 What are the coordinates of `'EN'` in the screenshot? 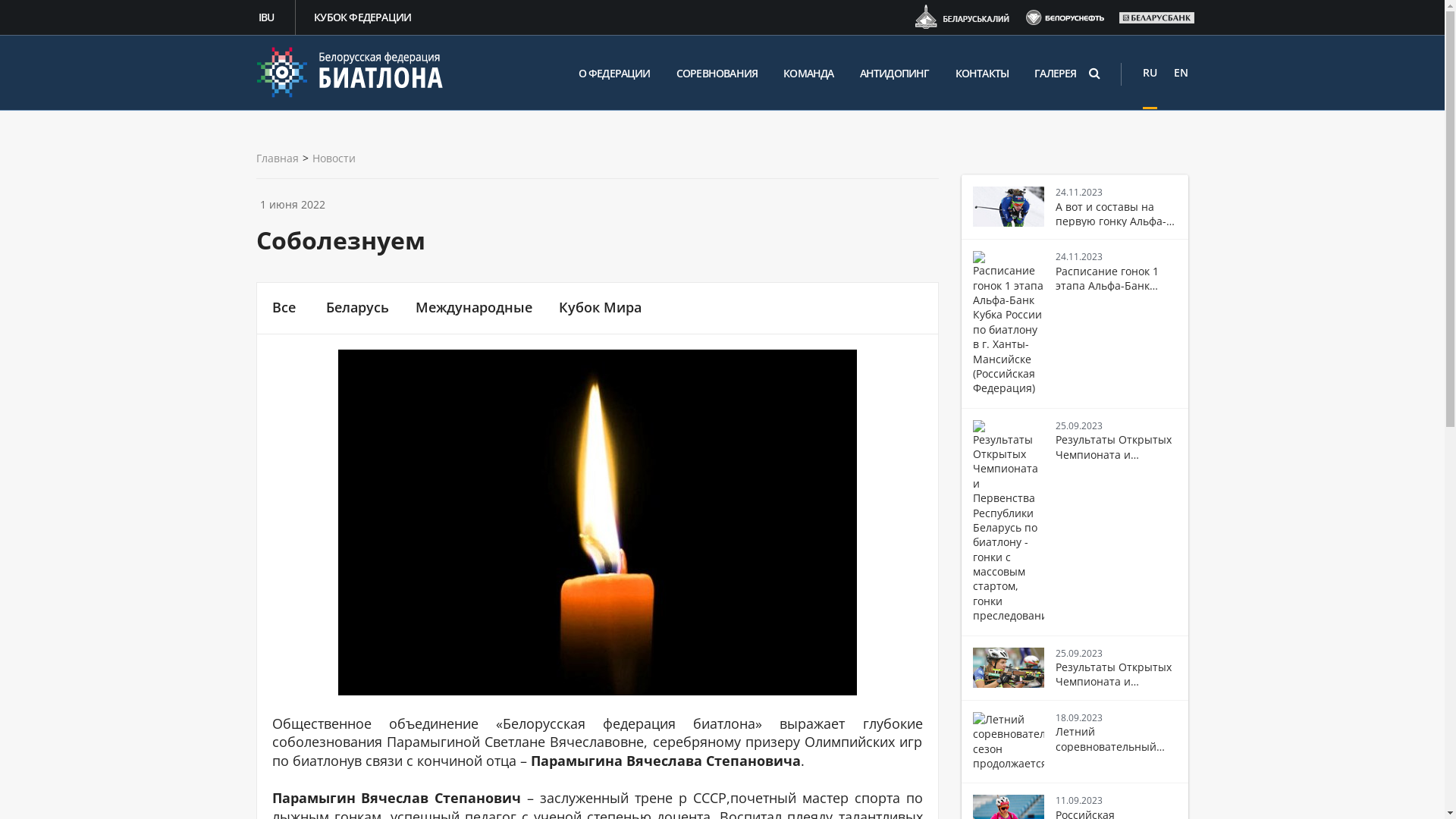 It's located at (1180, 72).